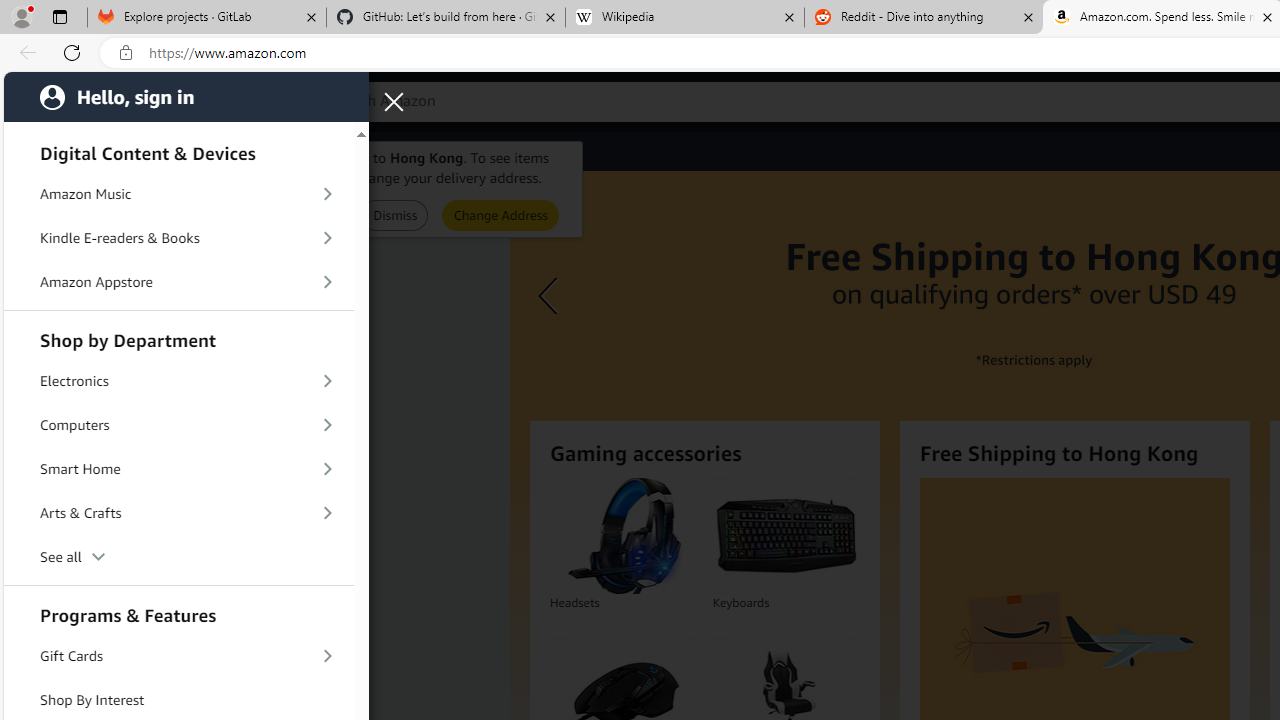 This screenshot has width=1280, height=720. I want to click on 'Electronics', so click(179, 381).